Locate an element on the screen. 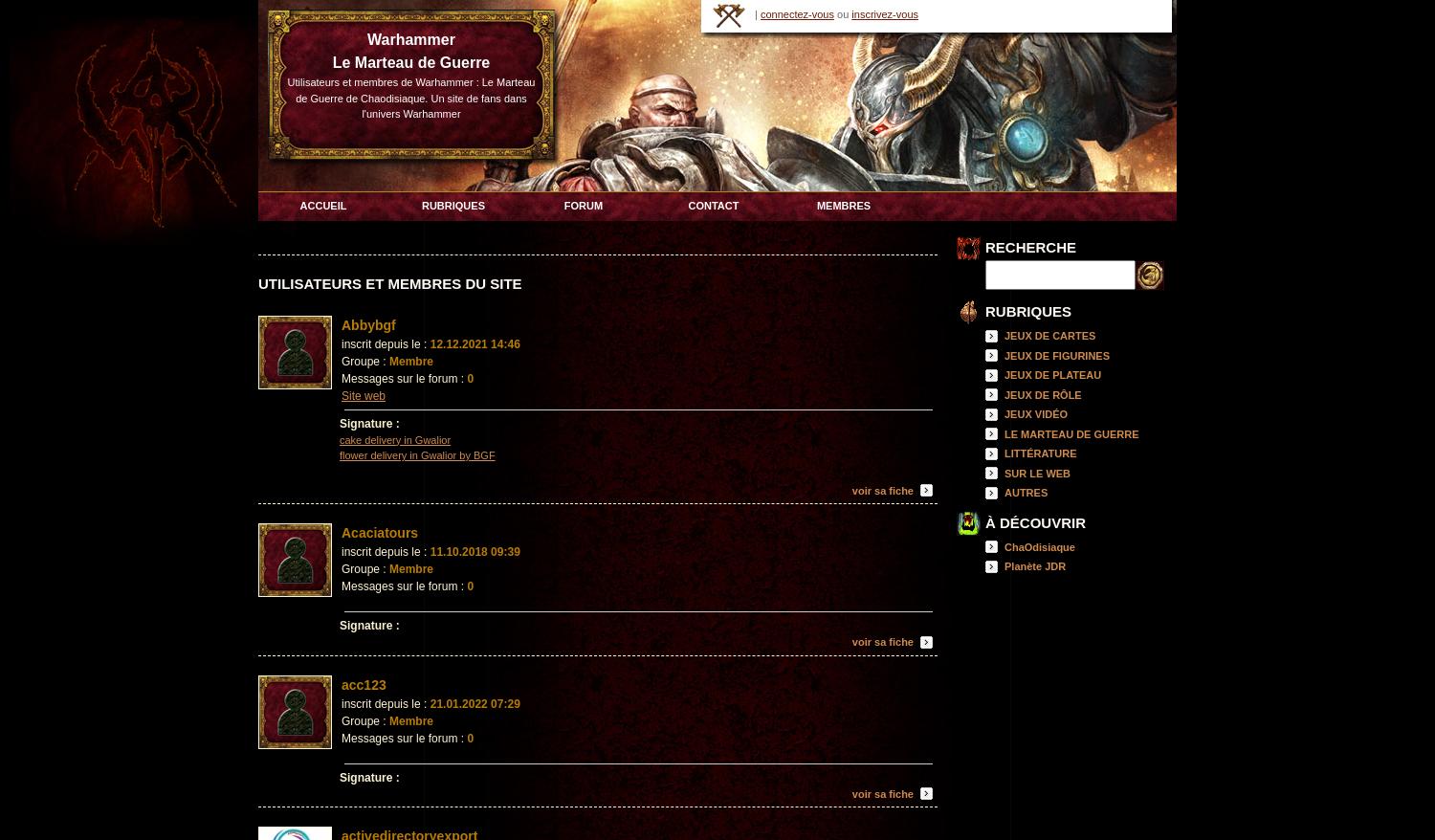 The width and height of the screenshot is (1435, 840). 'LE MARTEAU DE GUERRE' is located at coordinates (1004, 431).